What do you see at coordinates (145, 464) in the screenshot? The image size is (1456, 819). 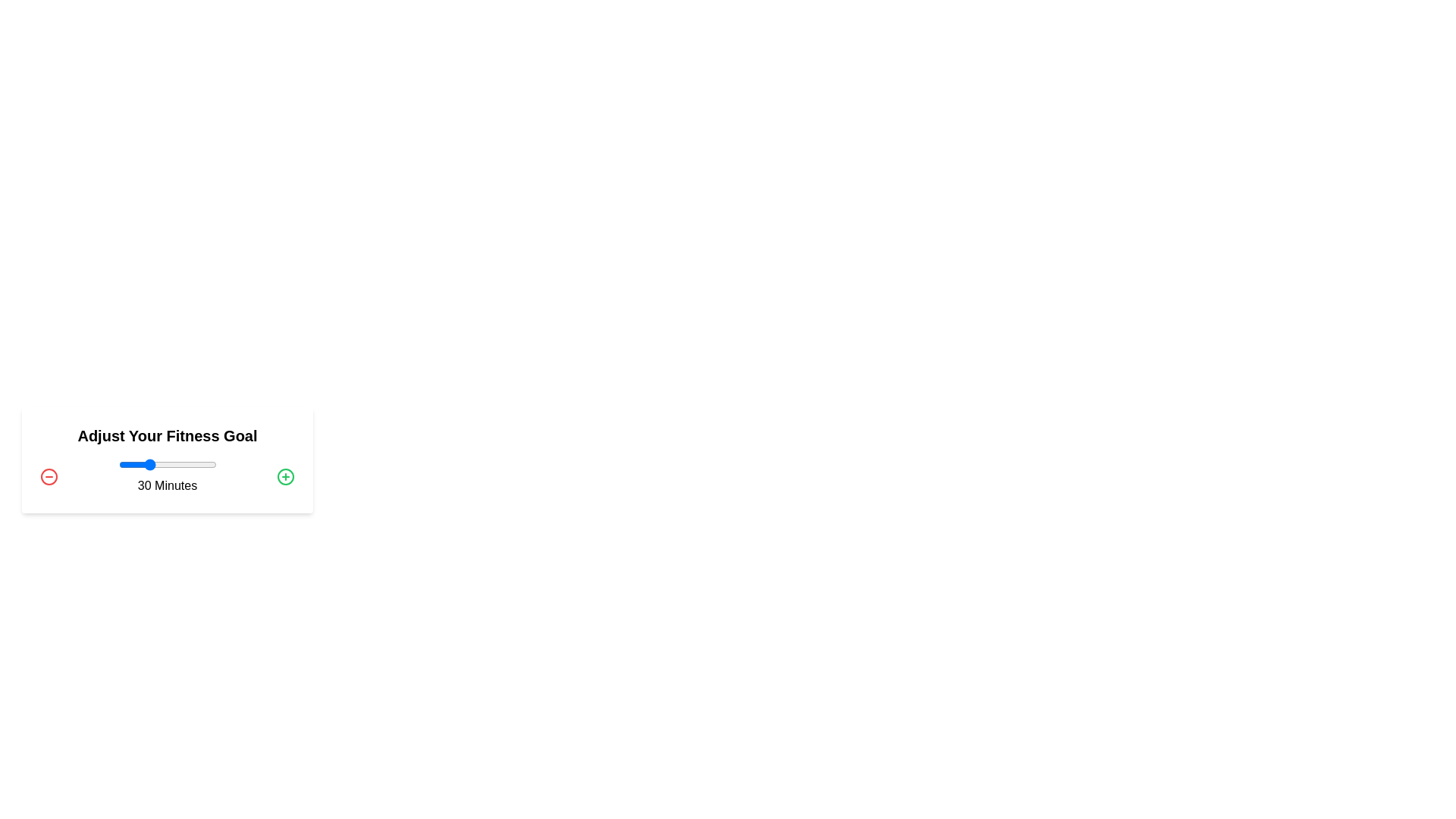 I see `fitness goal` at bounding box center [145, 464].